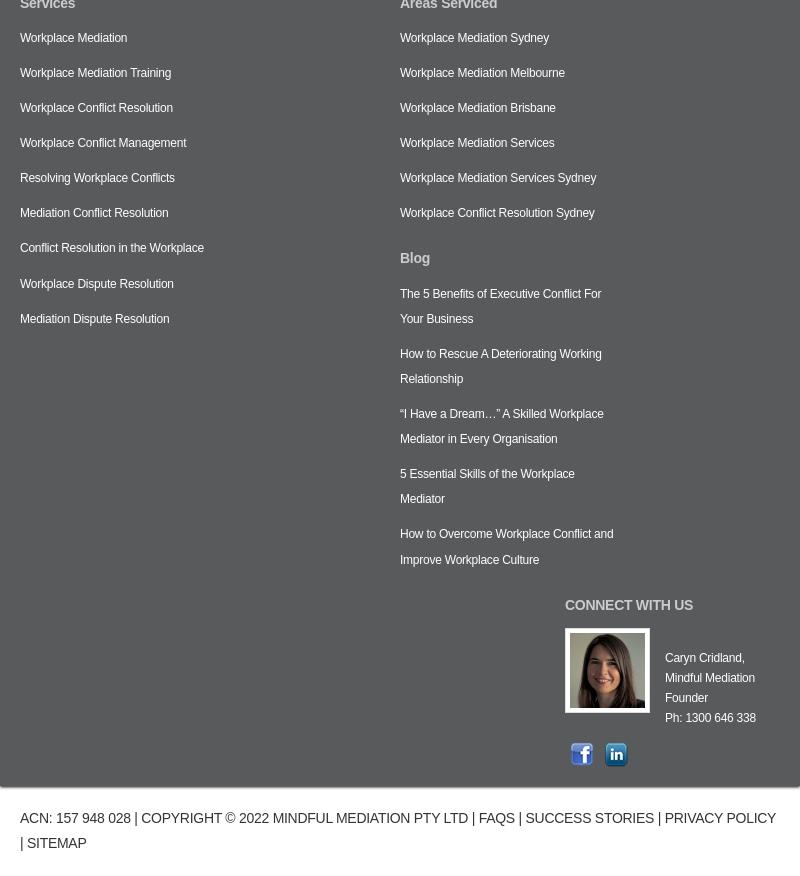 The image size is (800, 876). What do you see at coordinates (96, 108) in the screenshot?
I see `'Workplace Conflict Resolution'` at bounding box center [96, 108].